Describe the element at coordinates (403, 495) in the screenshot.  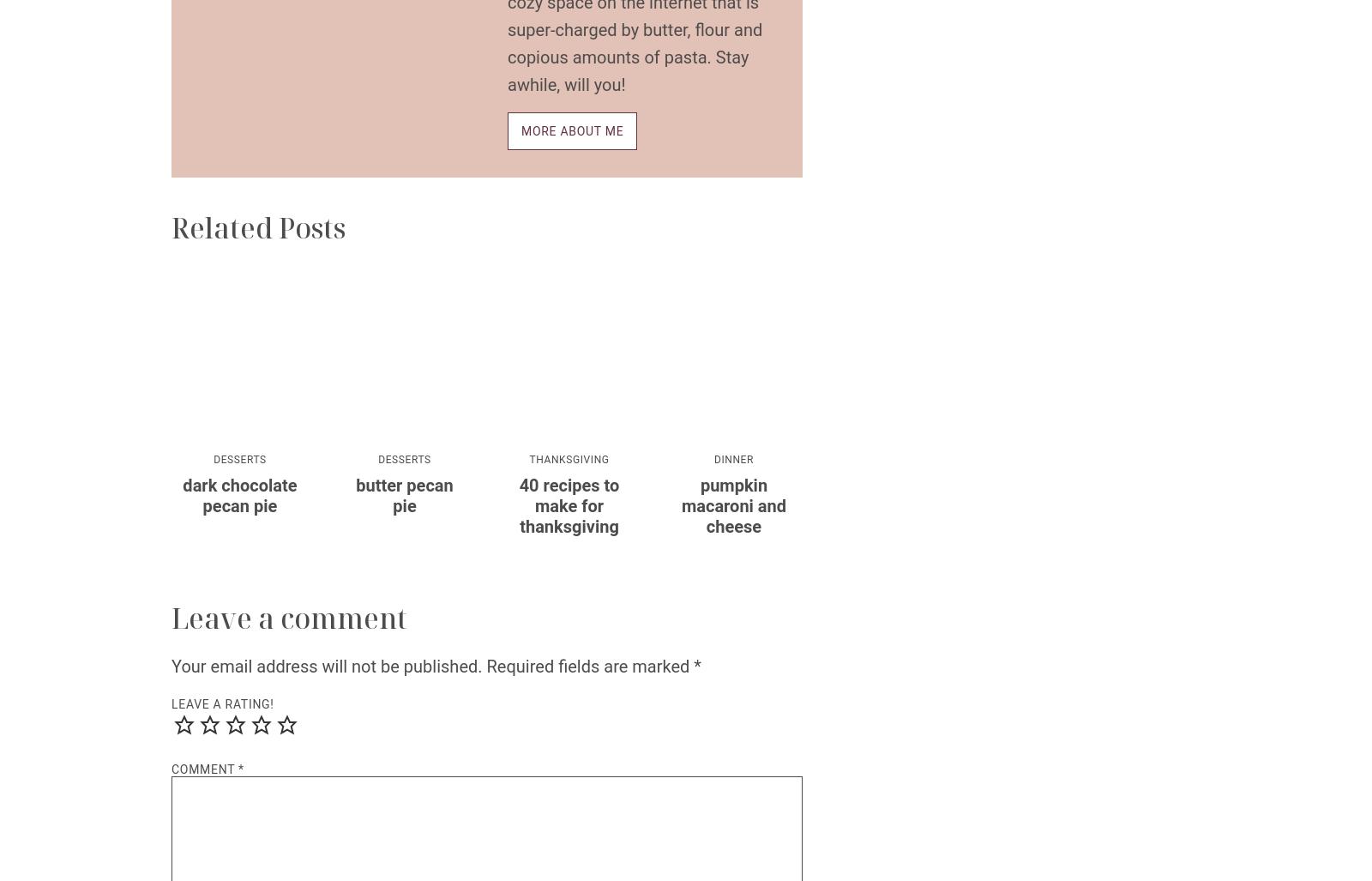
I see `'Butter Pecan Pie'` at that location.